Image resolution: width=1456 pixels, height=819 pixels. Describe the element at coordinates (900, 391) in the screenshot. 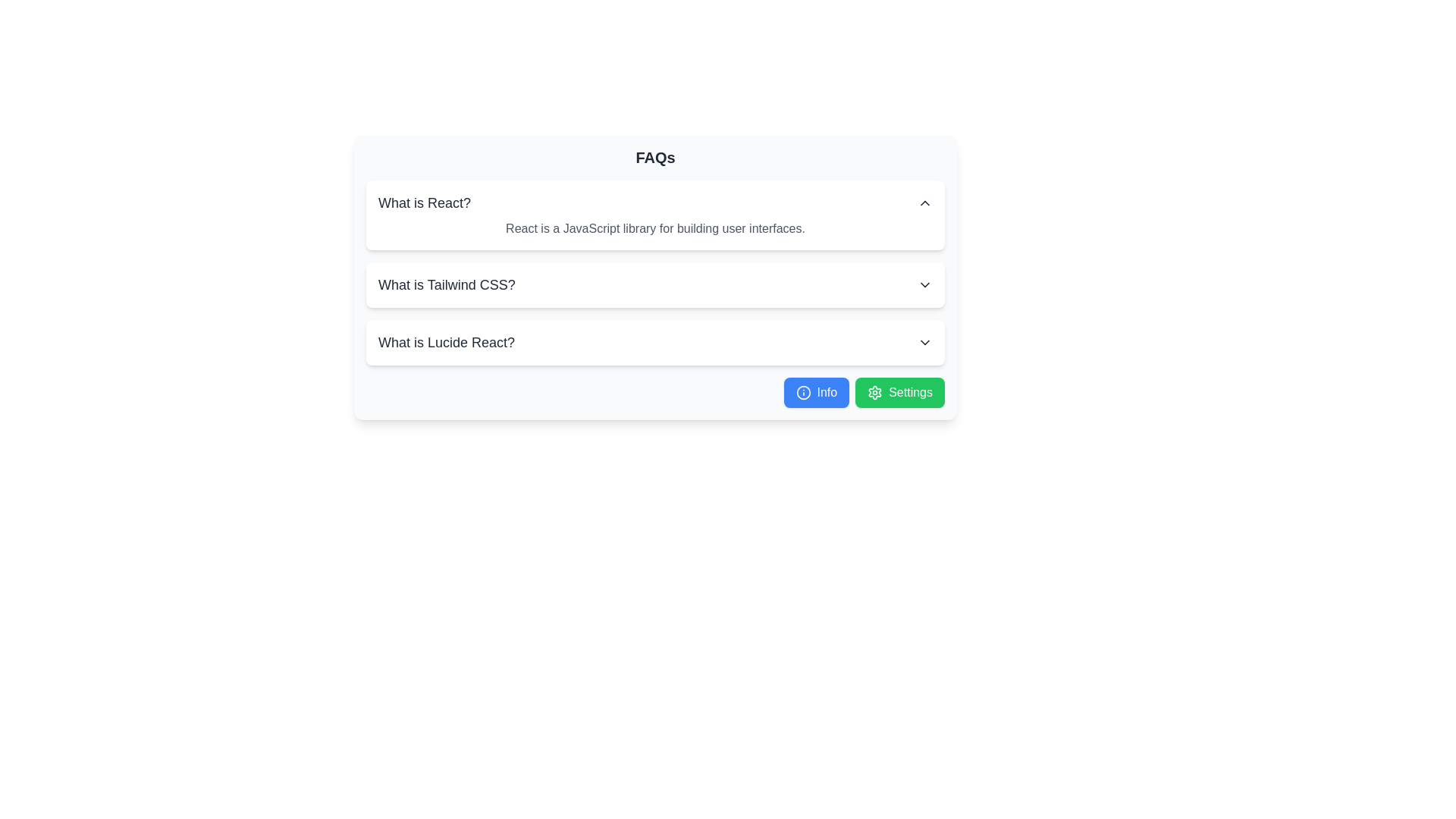

I see `the settings button located to the immediate right of the blue 'Info' button at the bottom-right corner of the interface to trigger its hover state` at that location.